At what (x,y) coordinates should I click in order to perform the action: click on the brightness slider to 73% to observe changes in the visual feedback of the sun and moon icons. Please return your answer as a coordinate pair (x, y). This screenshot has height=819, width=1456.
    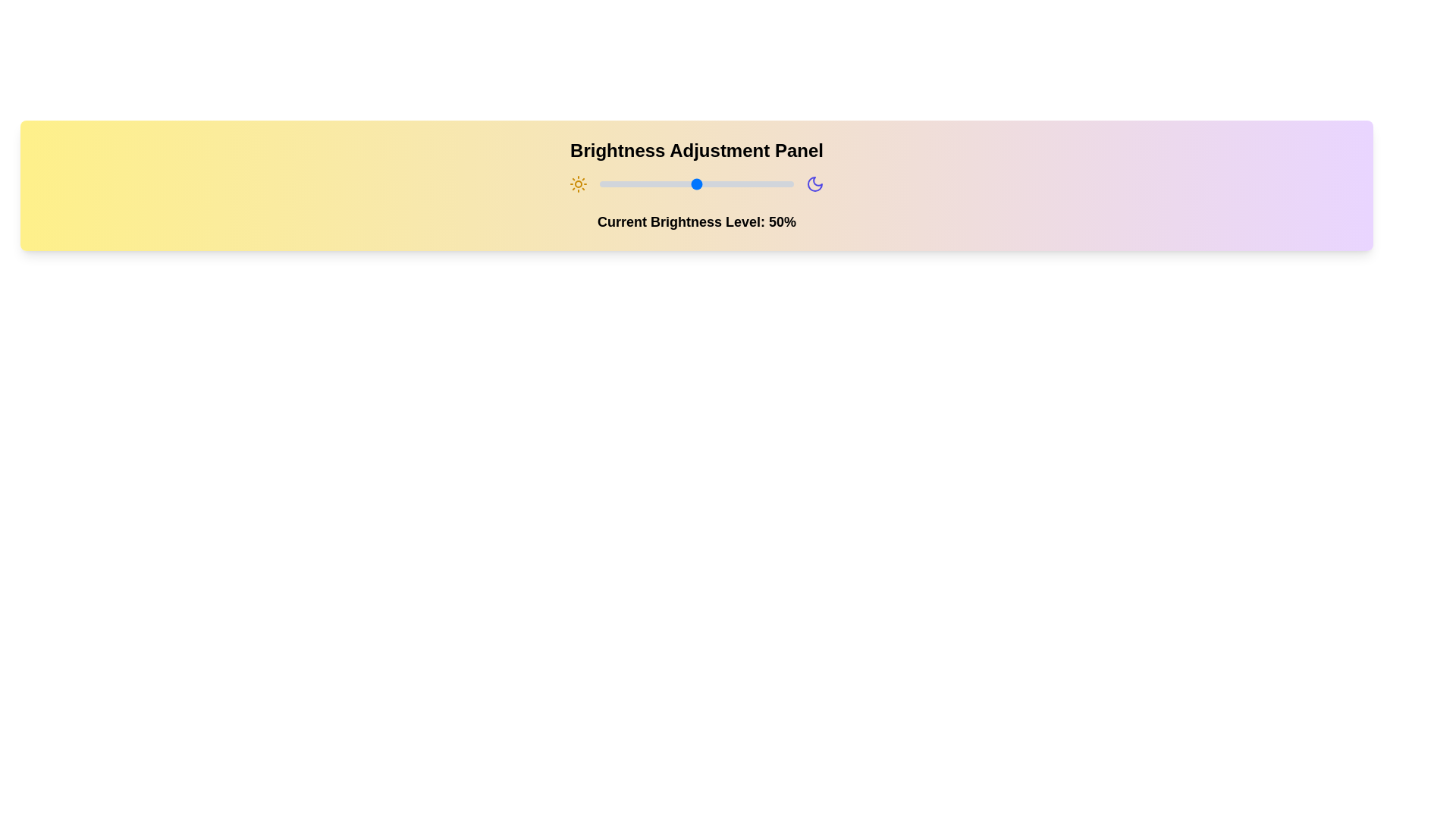
    Looking at the image, I should click on (741, 184).